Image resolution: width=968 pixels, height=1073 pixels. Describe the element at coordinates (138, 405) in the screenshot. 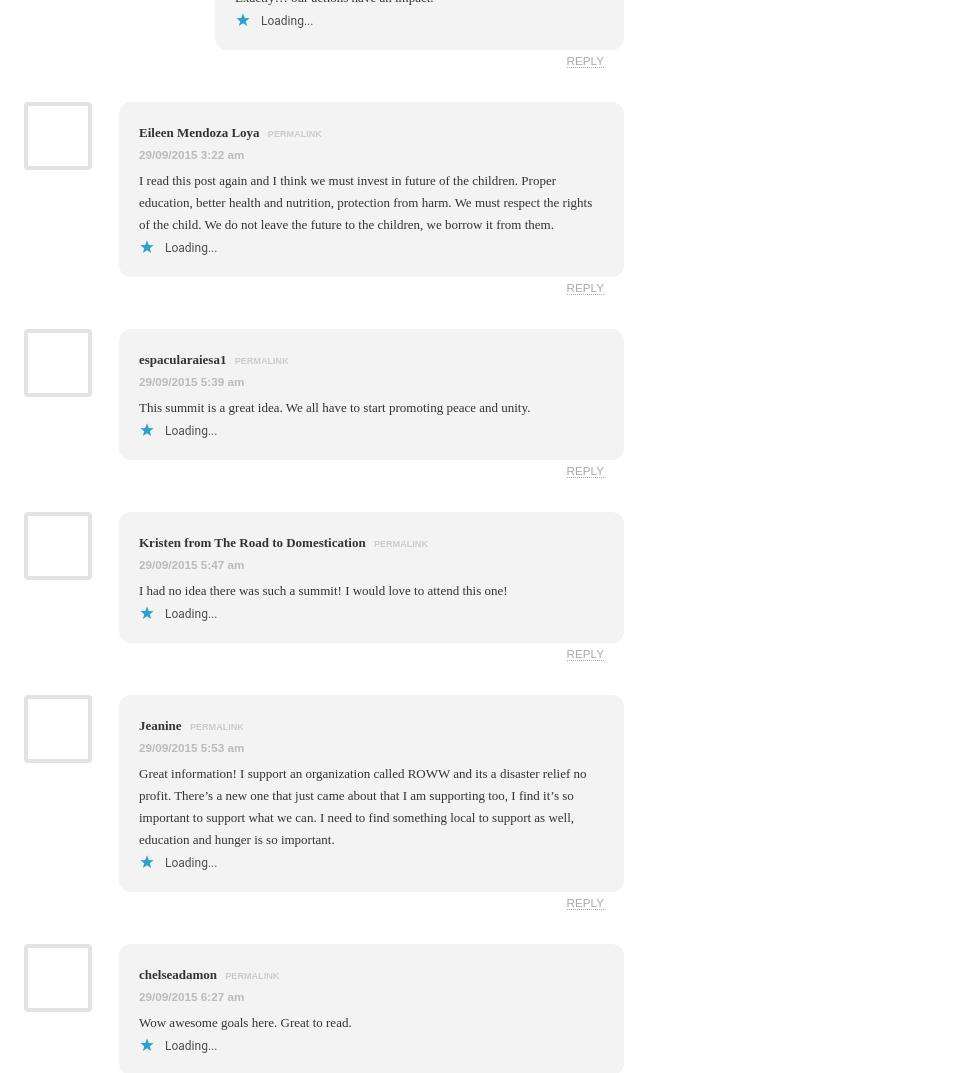

I see `'This summit is a great idea. We all have to start promoting peace and unity.'` at that location.